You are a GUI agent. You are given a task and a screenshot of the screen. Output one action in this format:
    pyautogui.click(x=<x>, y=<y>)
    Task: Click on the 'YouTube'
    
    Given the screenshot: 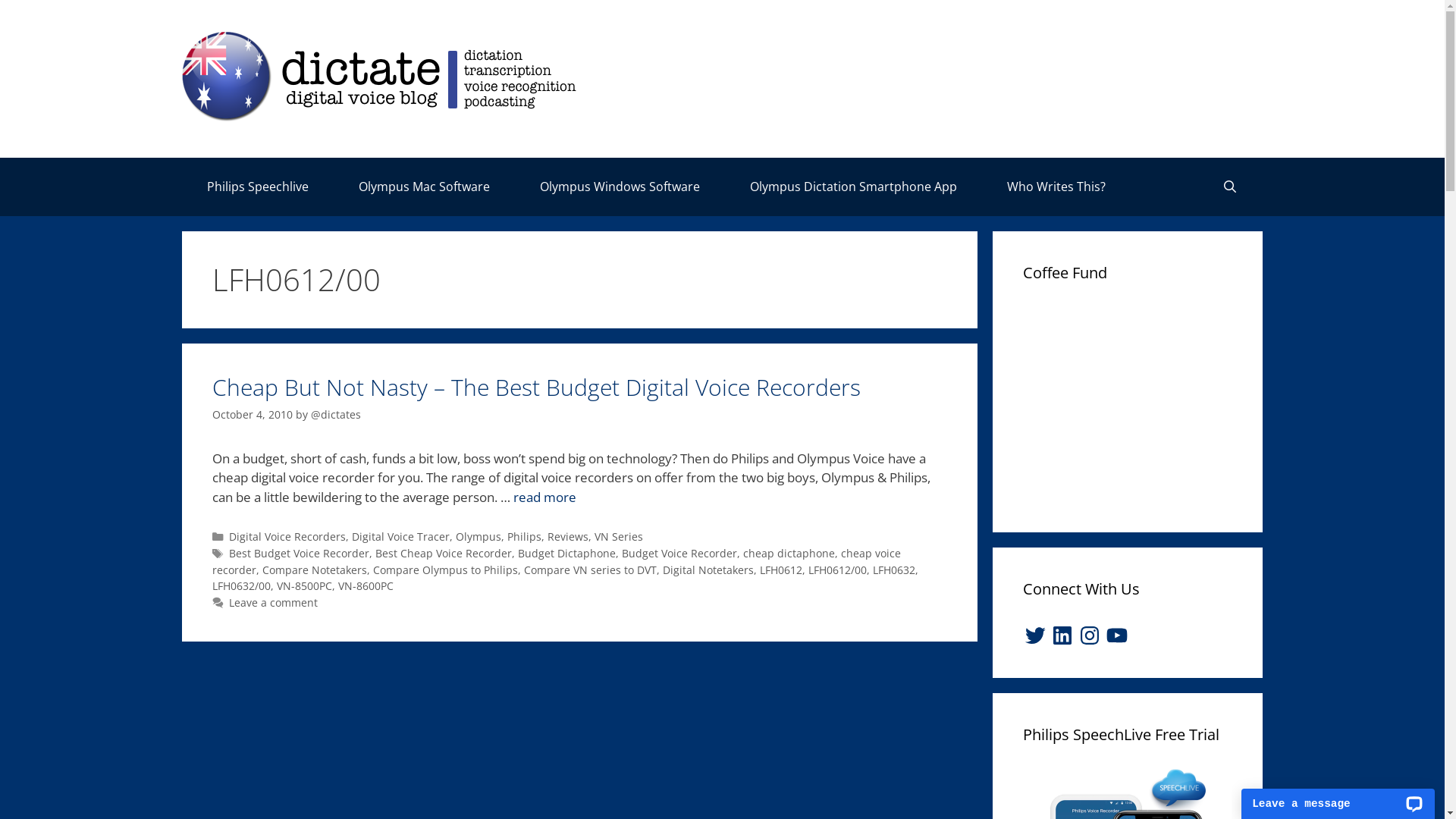 What is the action you would take?
    pyautogui.click(x=1105, y=635)
    